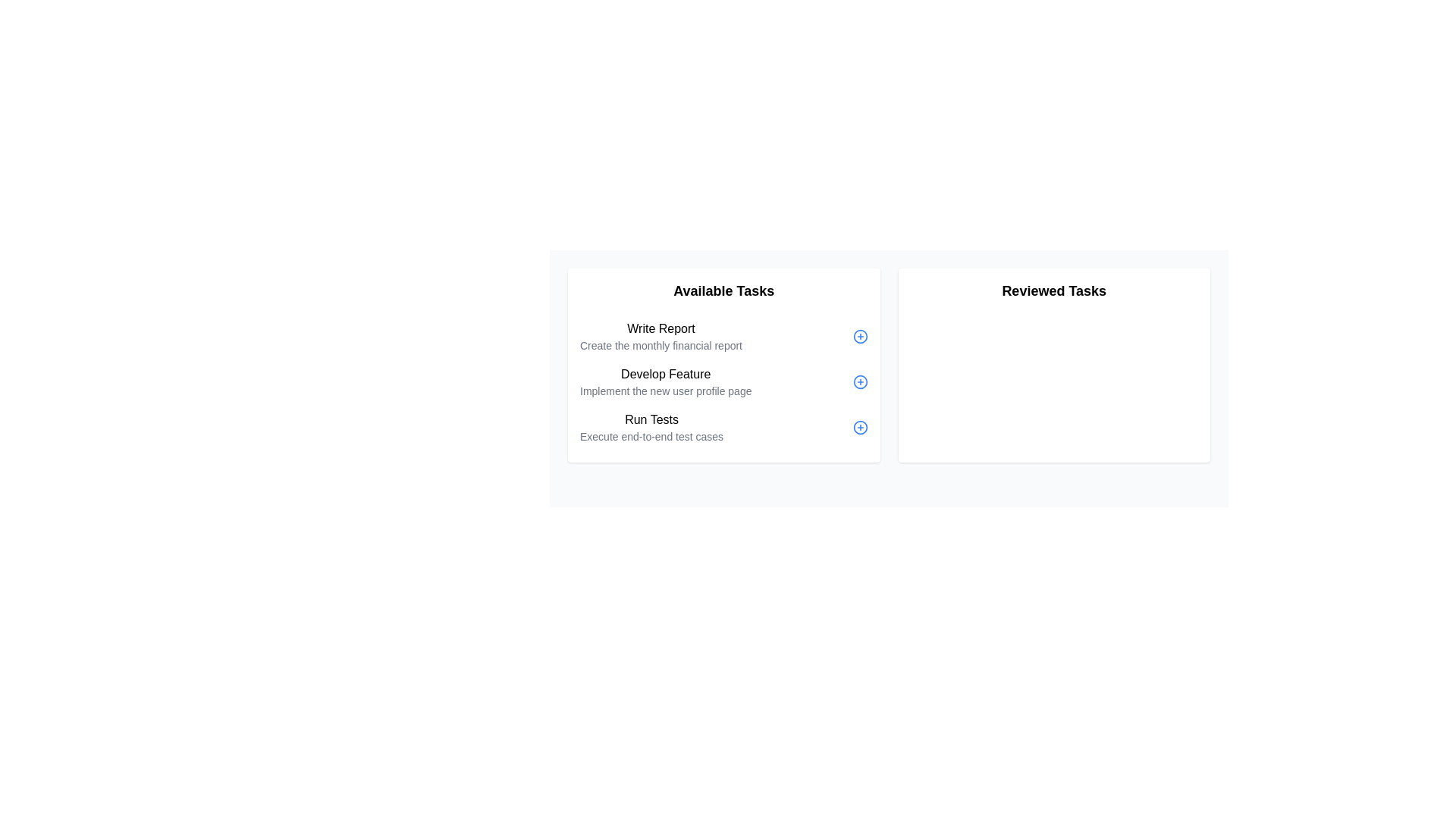  What do you see at coordinates (651, 436) in the screenshot?
I see `text label that says 'Execute end-to-end test cases', which is located beneath the 'Run Tests' header in the task card under 'Available Tasks'` at bounding box center [651, 436].